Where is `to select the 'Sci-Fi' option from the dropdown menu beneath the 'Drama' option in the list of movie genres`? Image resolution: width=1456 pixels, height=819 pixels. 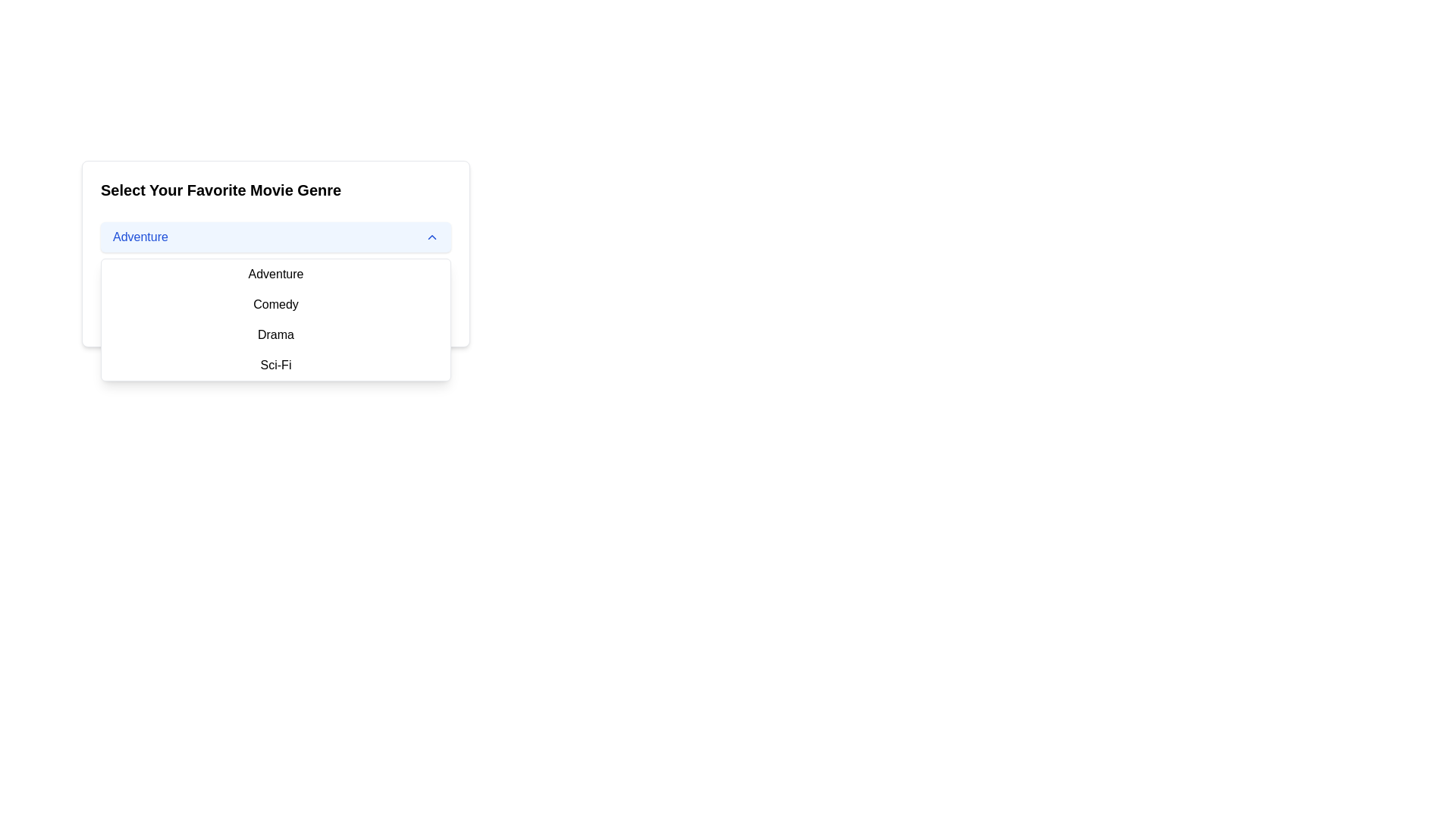 to select the 'Sci-Fi' option from the dropdown menu beneath the 'Drama' option in the list of movie genres is located at coordinates (276, 366).